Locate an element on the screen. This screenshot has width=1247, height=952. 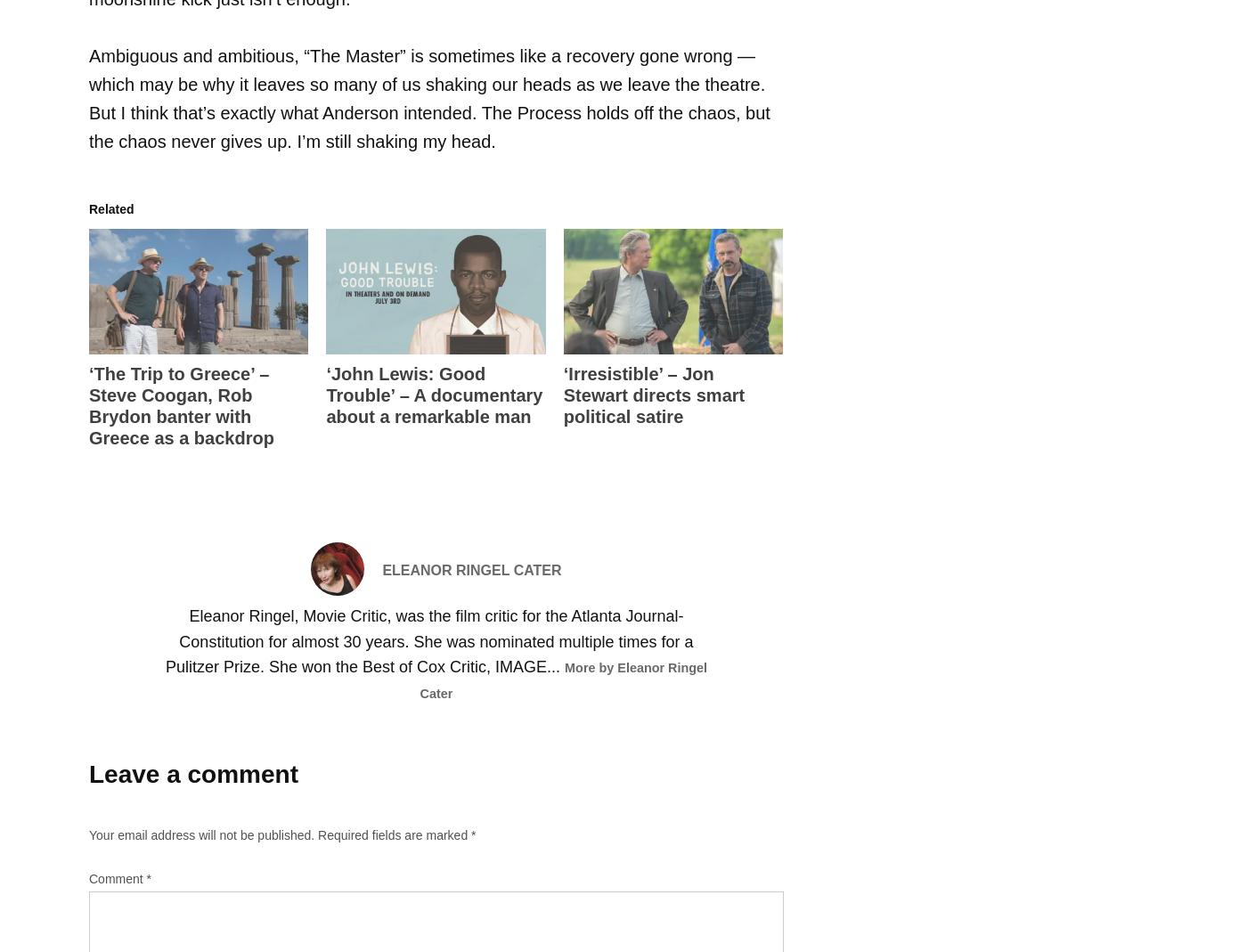
'Ambiguous and ambitious, “The Master” is sometimes like a recovery gone wrong — which may be why it leaves so many of us shaking our heads as we leave the theatre. But I think that’s exactly what Anderson intended. The Process holds off the chaos, but the chaos never gives up. I’m still shaking my head.' is located at coordinates (429, 98).